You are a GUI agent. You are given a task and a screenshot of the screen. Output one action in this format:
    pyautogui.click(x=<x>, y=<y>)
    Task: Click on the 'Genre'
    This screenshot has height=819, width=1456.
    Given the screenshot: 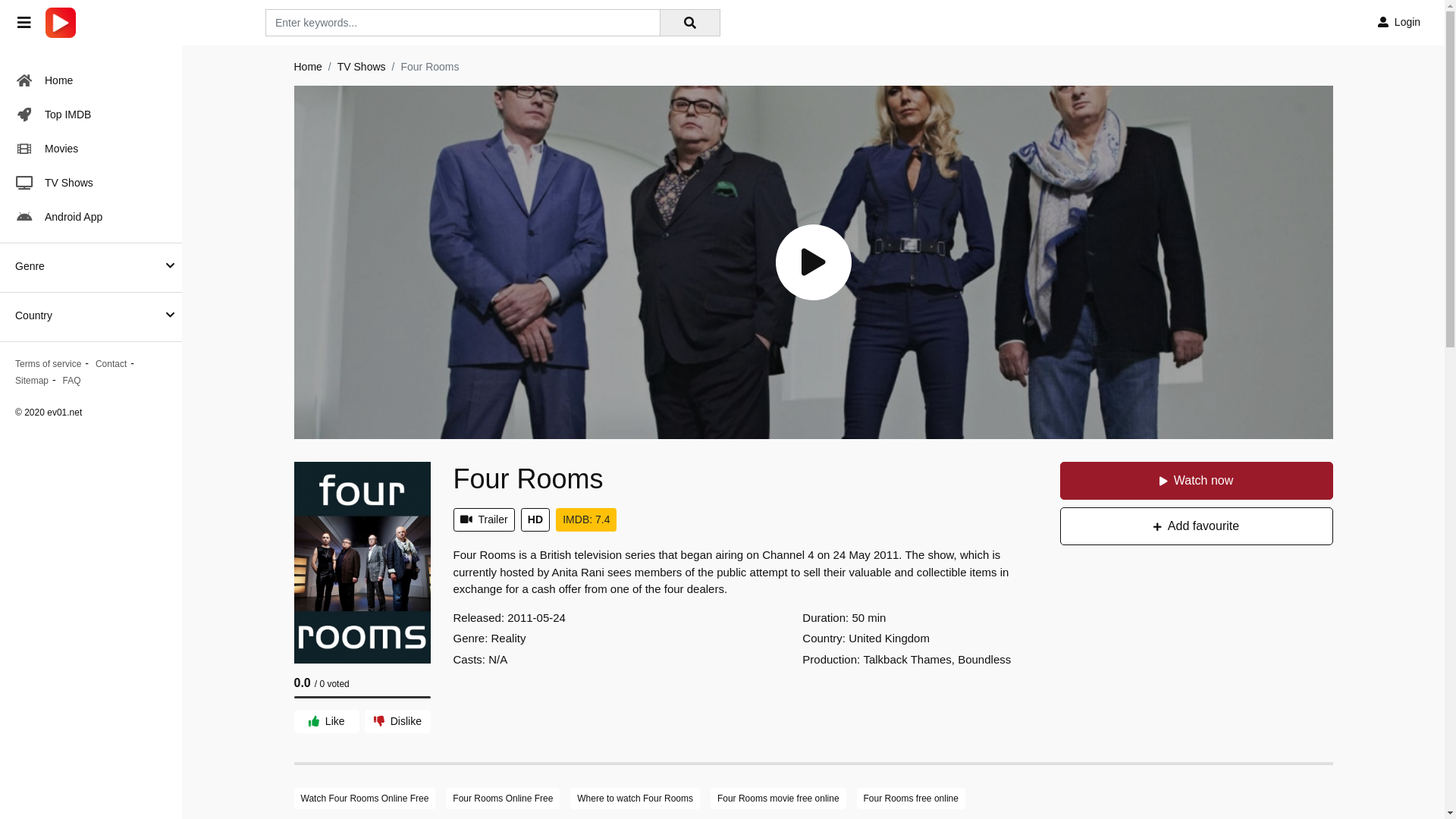 What is the action you would take?
    pyautogui.click(x=30, y=265)
    